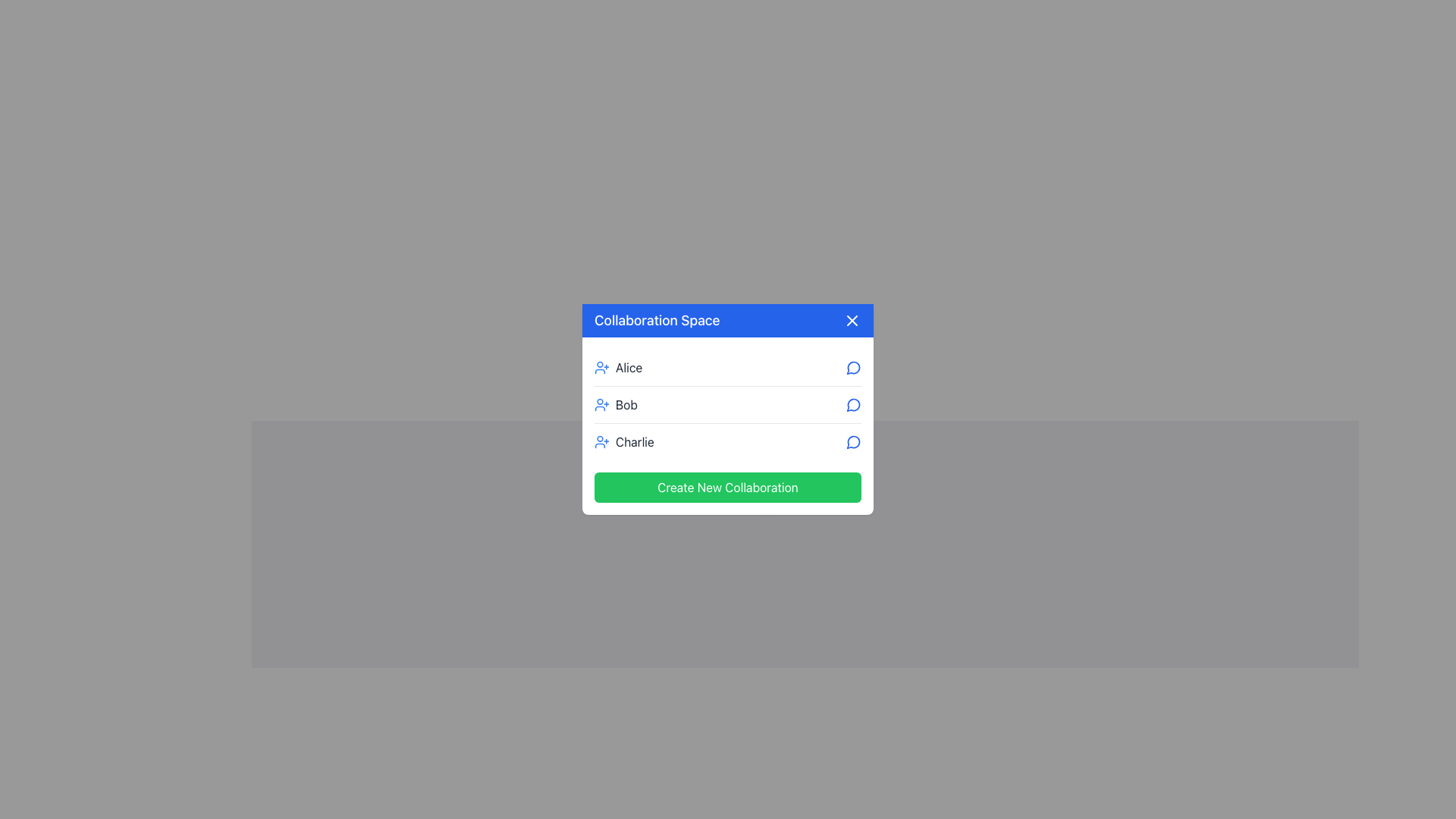  Describe the element at coordinates (635, 441) in the screenshot. I see `the user's name text label, which is the third item in a vertically arranged list following 'Alice' and 'Bob', to interact with it` at that location.